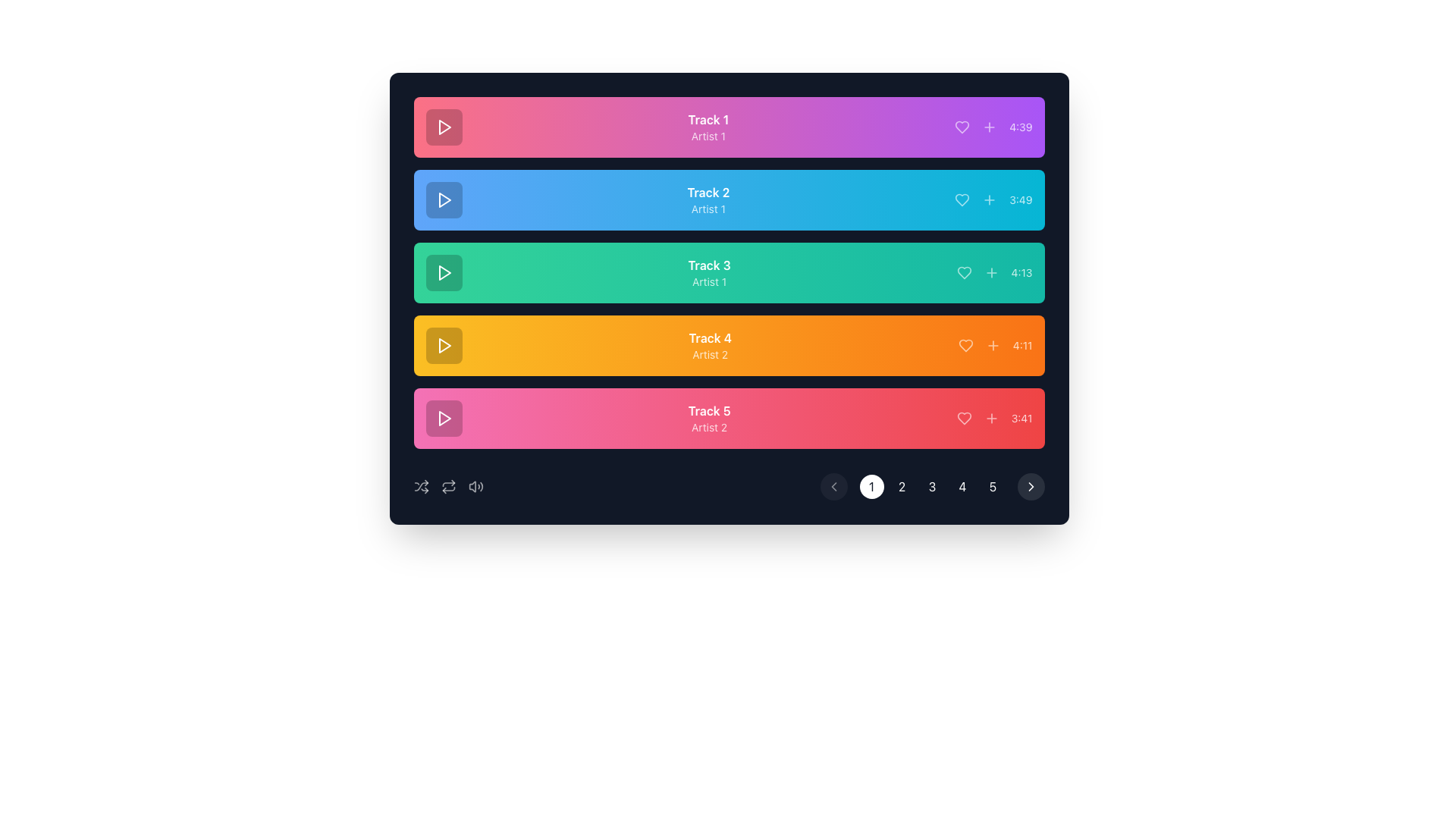 Image resolution: width=1456 pixels, height=819 pixels. What do you see at coordinates (708, 418) in the screenshot?
I see `displayed information from the Text display block showing 'Track 5' and 'Artist 2', which is the fifth item in the vertical list of tracks` at bounding box center [708, 418].